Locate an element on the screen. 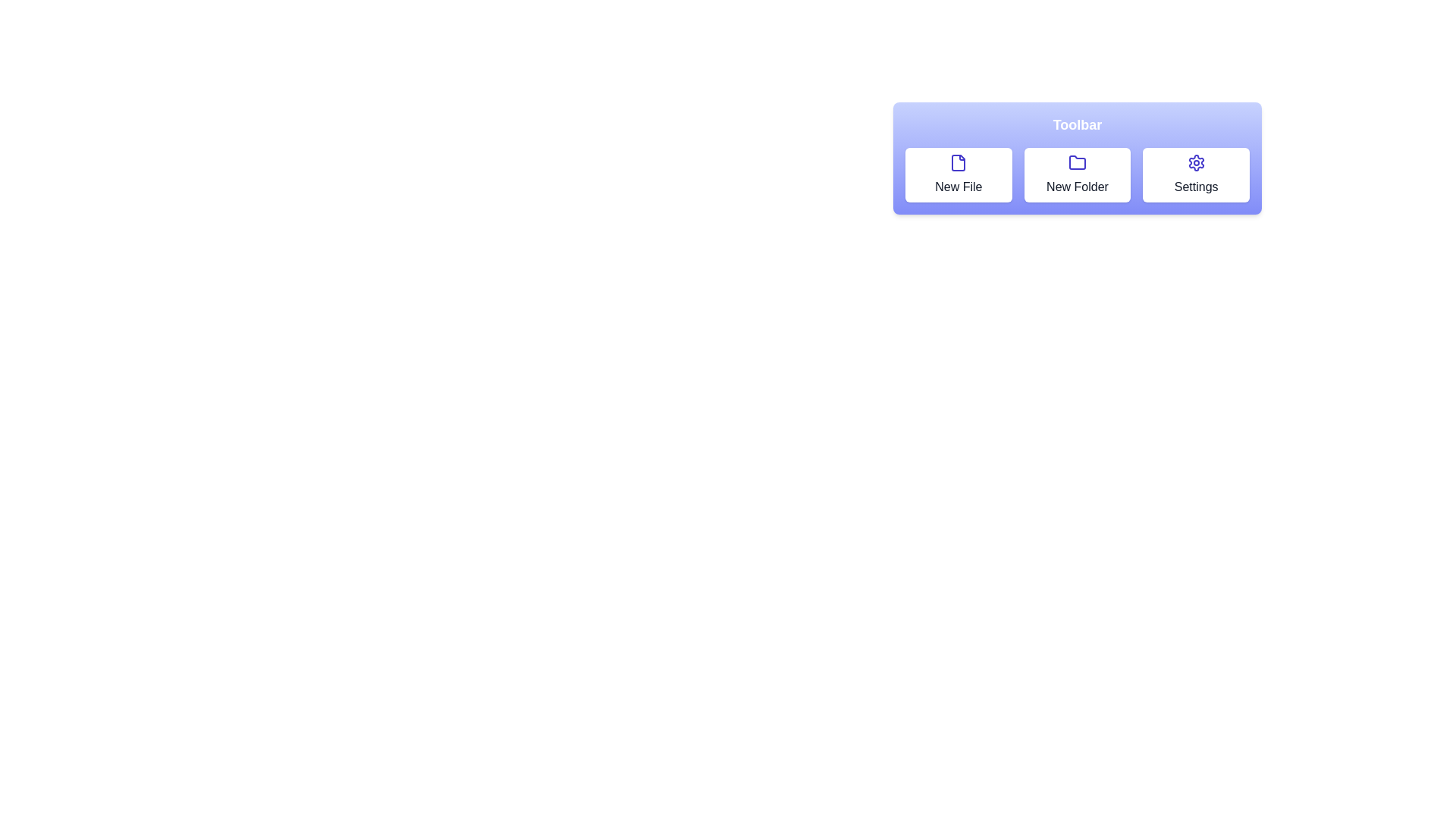  the 'New File' button located at the leftmost position in the toolbar is located at coordinates (957, 174).